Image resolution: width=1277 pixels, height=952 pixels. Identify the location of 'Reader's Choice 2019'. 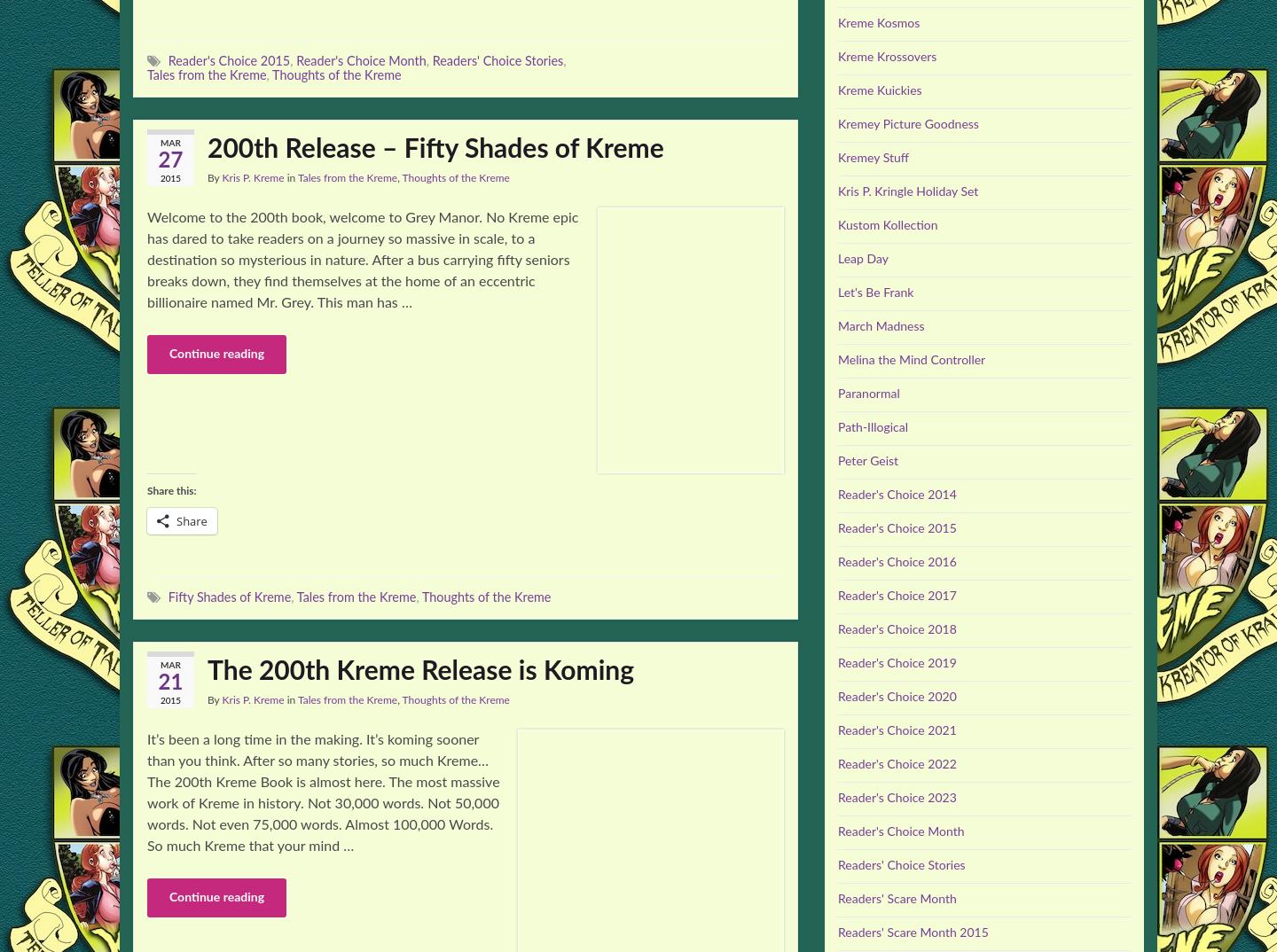
(896, 664).